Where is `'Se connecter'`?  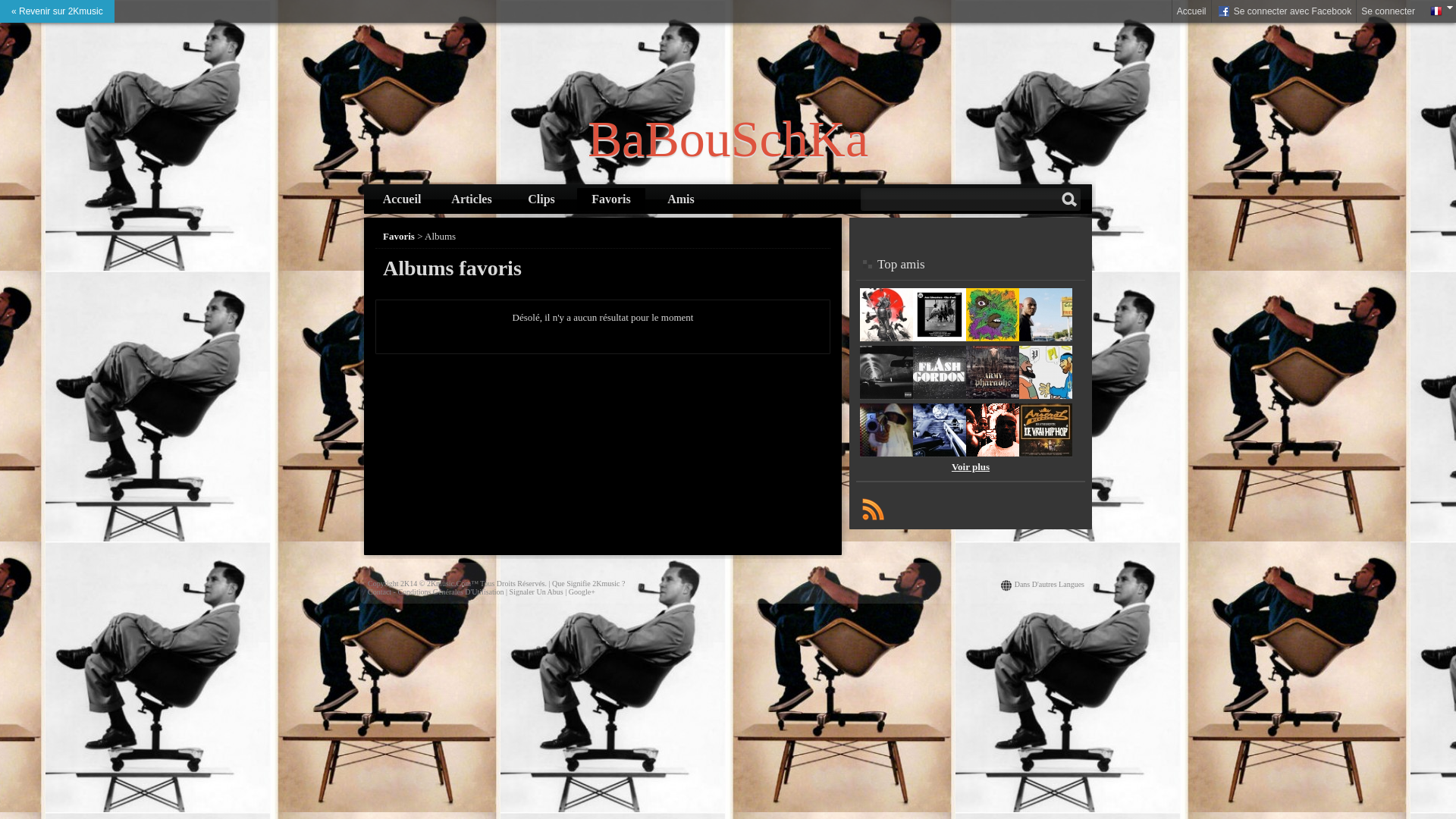 'Se connecter' is located at coordinates (1388, 11).